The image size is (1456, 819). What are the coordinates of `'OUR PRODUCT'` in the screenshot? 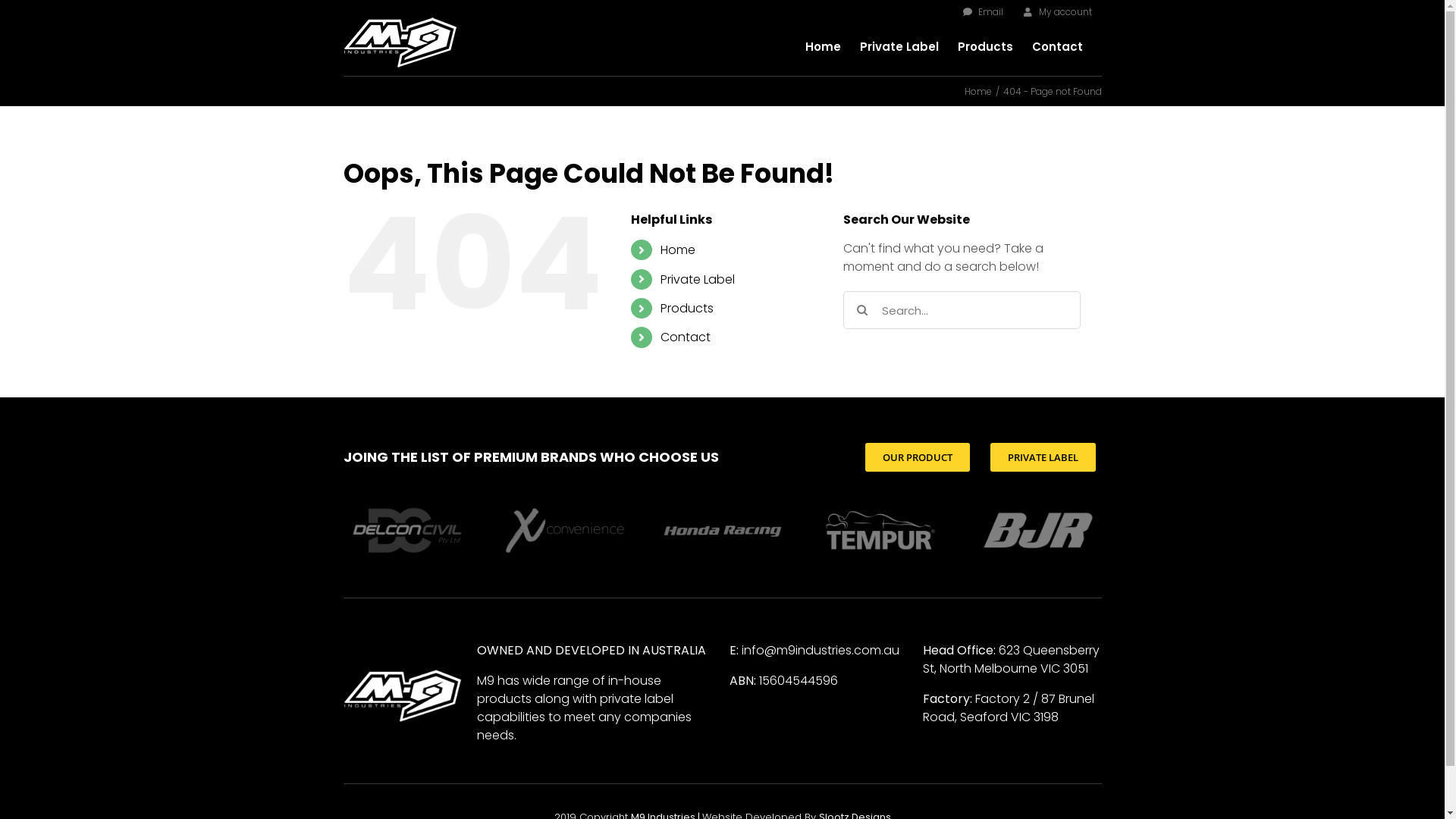 It's located at (916, 456).